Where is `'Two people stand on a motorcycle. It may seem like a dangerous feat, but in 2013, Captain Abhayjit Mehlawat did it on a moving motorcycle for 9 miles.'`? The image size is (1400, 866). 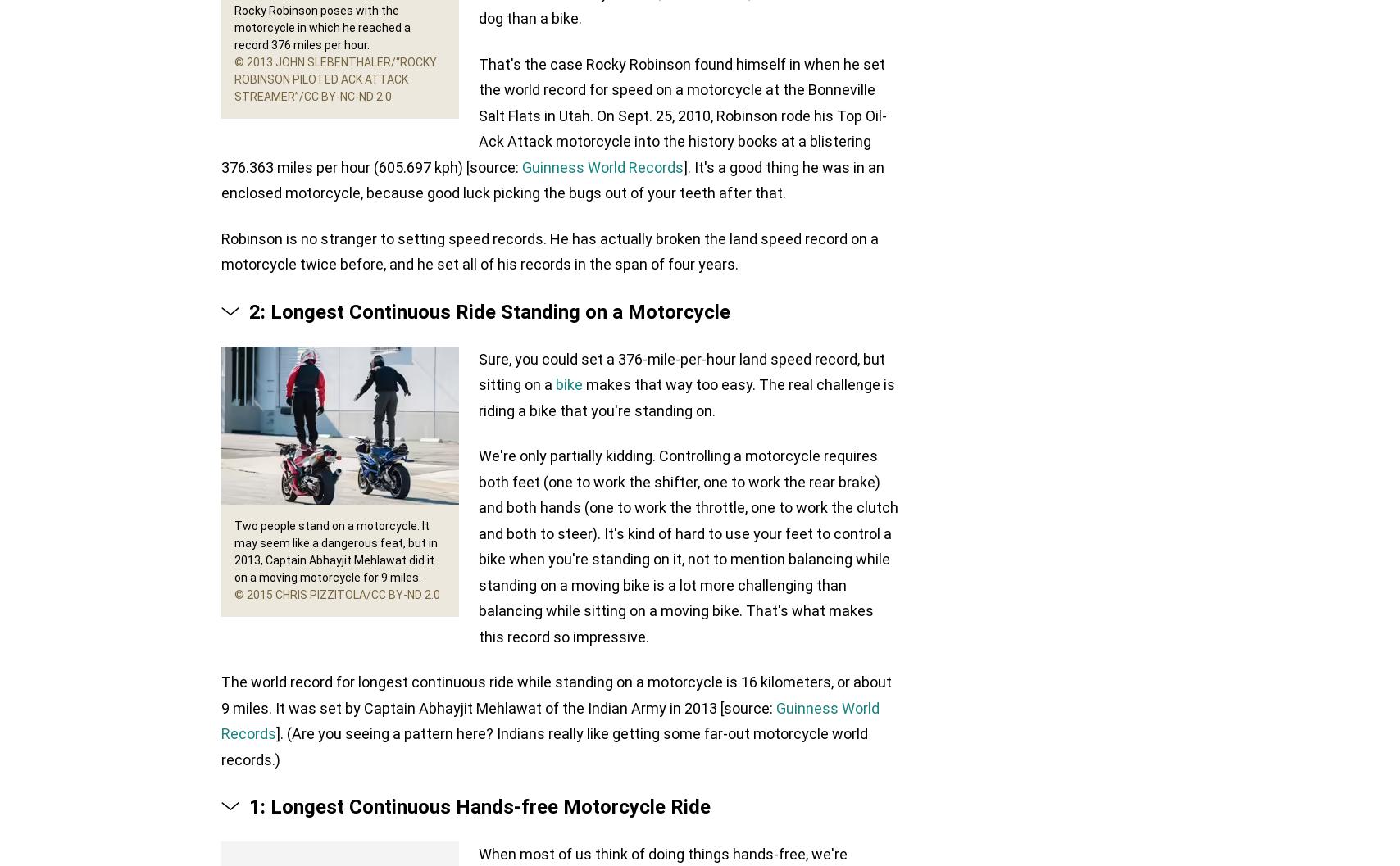
'Two people stand on a motorcycle. It may seem like a dangerous feat, but in 2013, Captain Abhayjit Mehlawat did it on a moving motorcycle for 9 miles.' is located at coordinates (335, 551).